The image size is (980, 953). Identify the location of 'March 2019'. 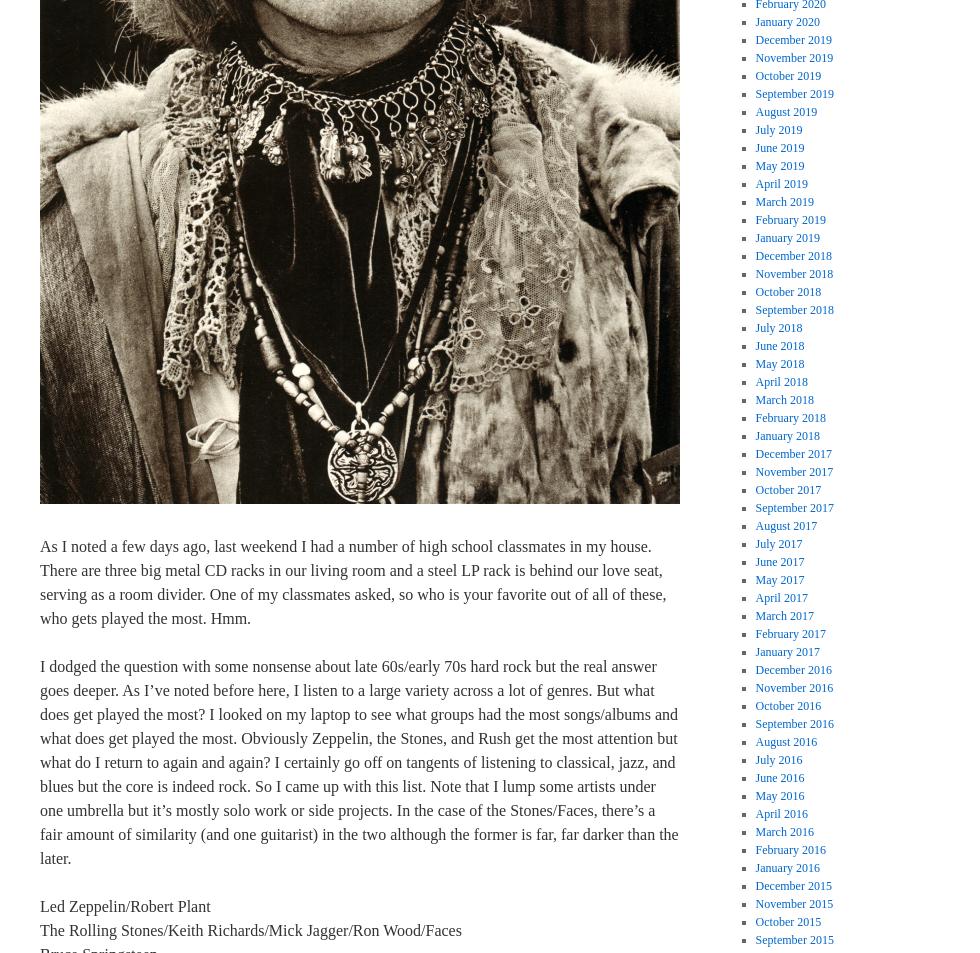
(784, 201).